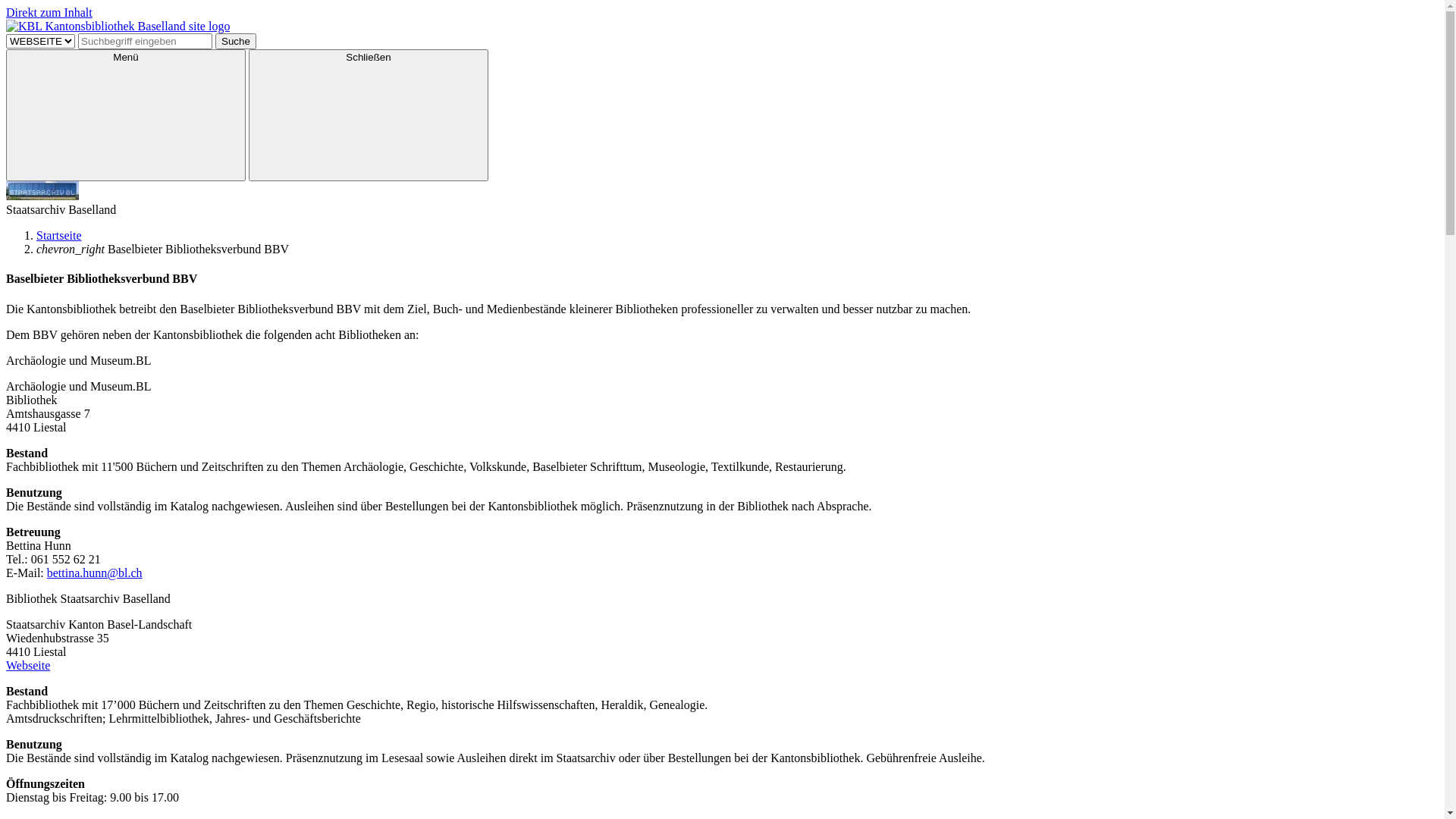  I want to click on 'Webseite', so click(28, 664).